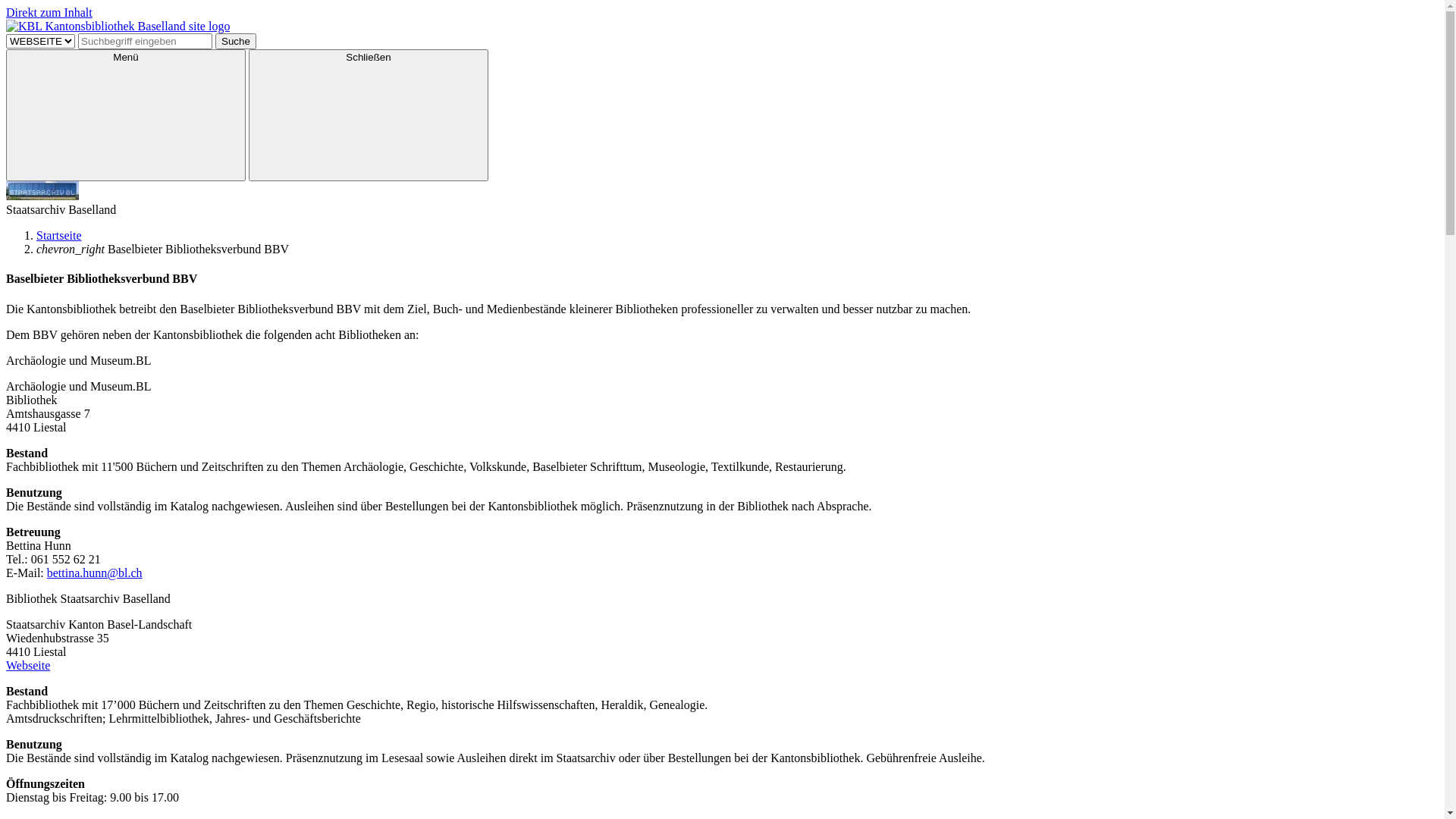  I want to click on 'Webseite', so click(28, 664).